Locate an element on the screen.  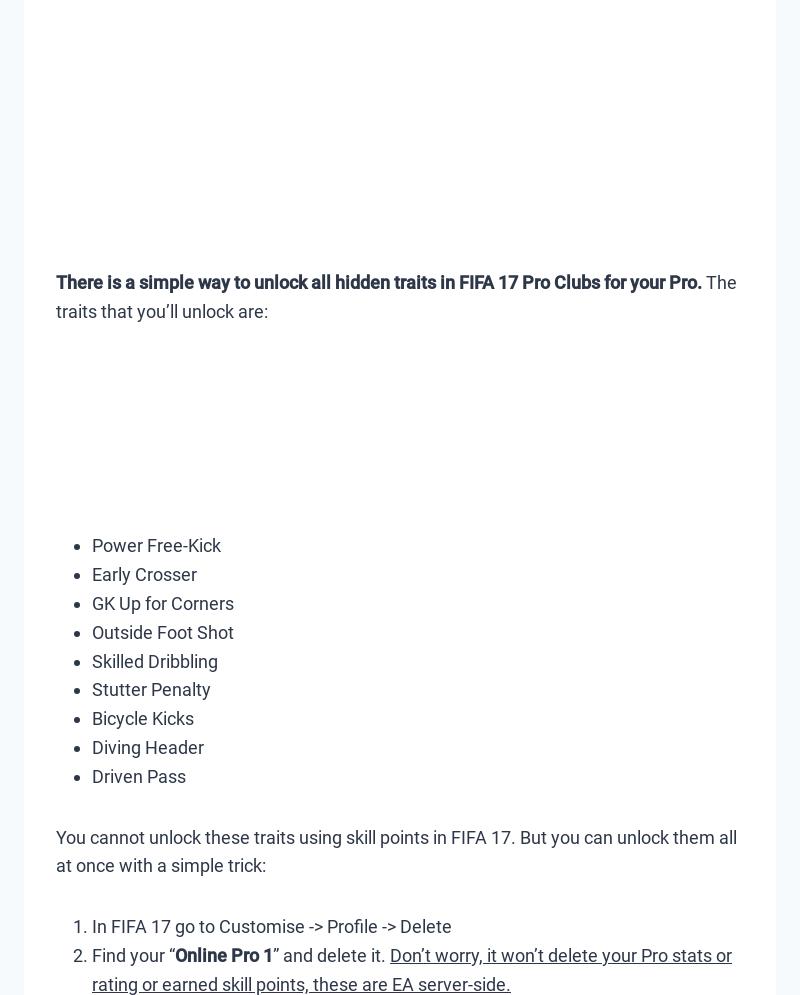
'Diving Header' is located at coordinates (148, 745).